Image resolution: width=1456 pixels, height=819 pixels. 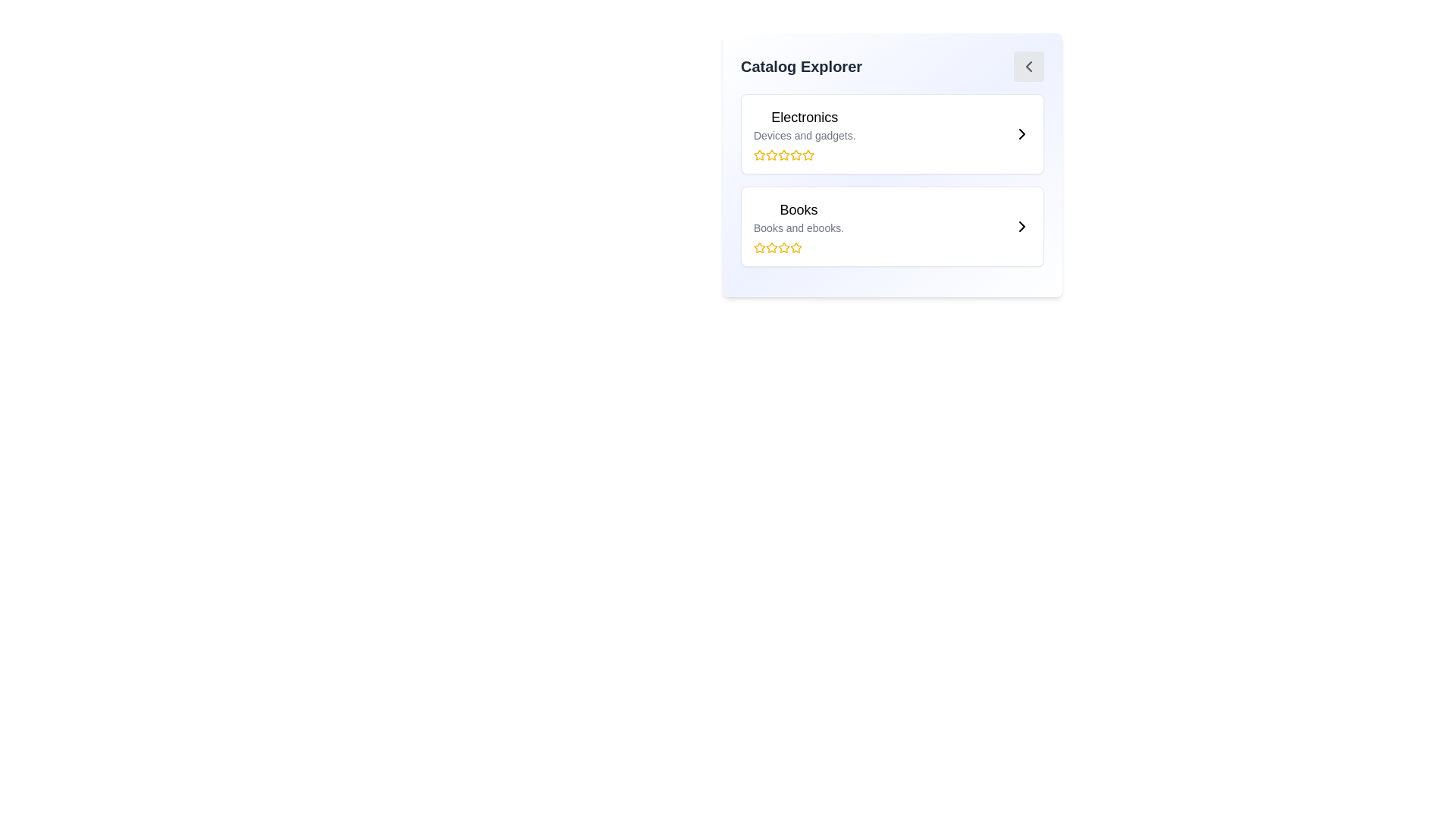 I want to click on the rightward-facing chevron arrow icon located near the right edge of the 'Electronics' row, which indicates navigation or proceeding further, so click(x=1022, y=133).